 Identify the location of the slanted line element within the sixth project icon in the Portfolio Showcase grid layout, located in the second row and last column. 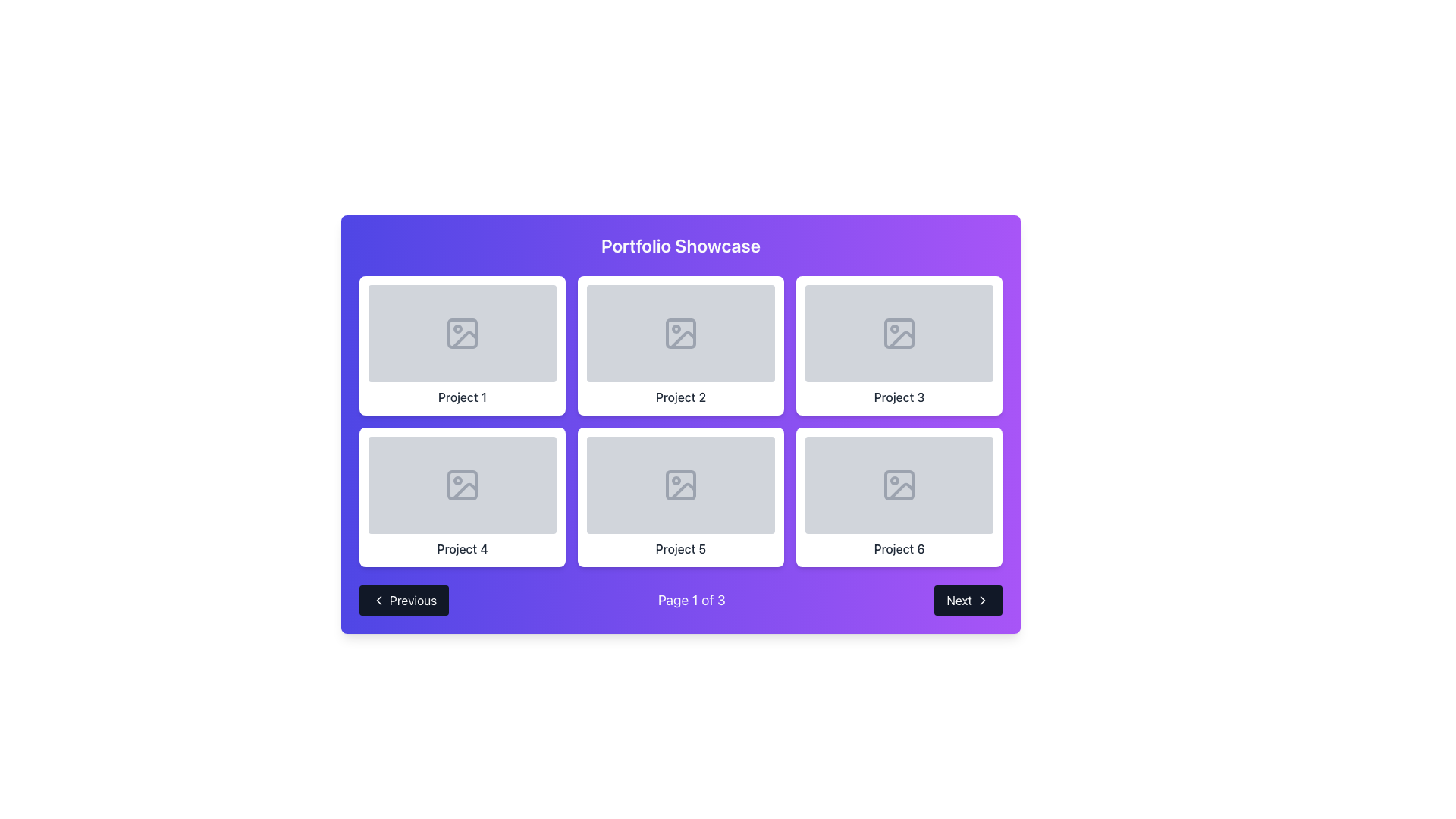
(902, 491).